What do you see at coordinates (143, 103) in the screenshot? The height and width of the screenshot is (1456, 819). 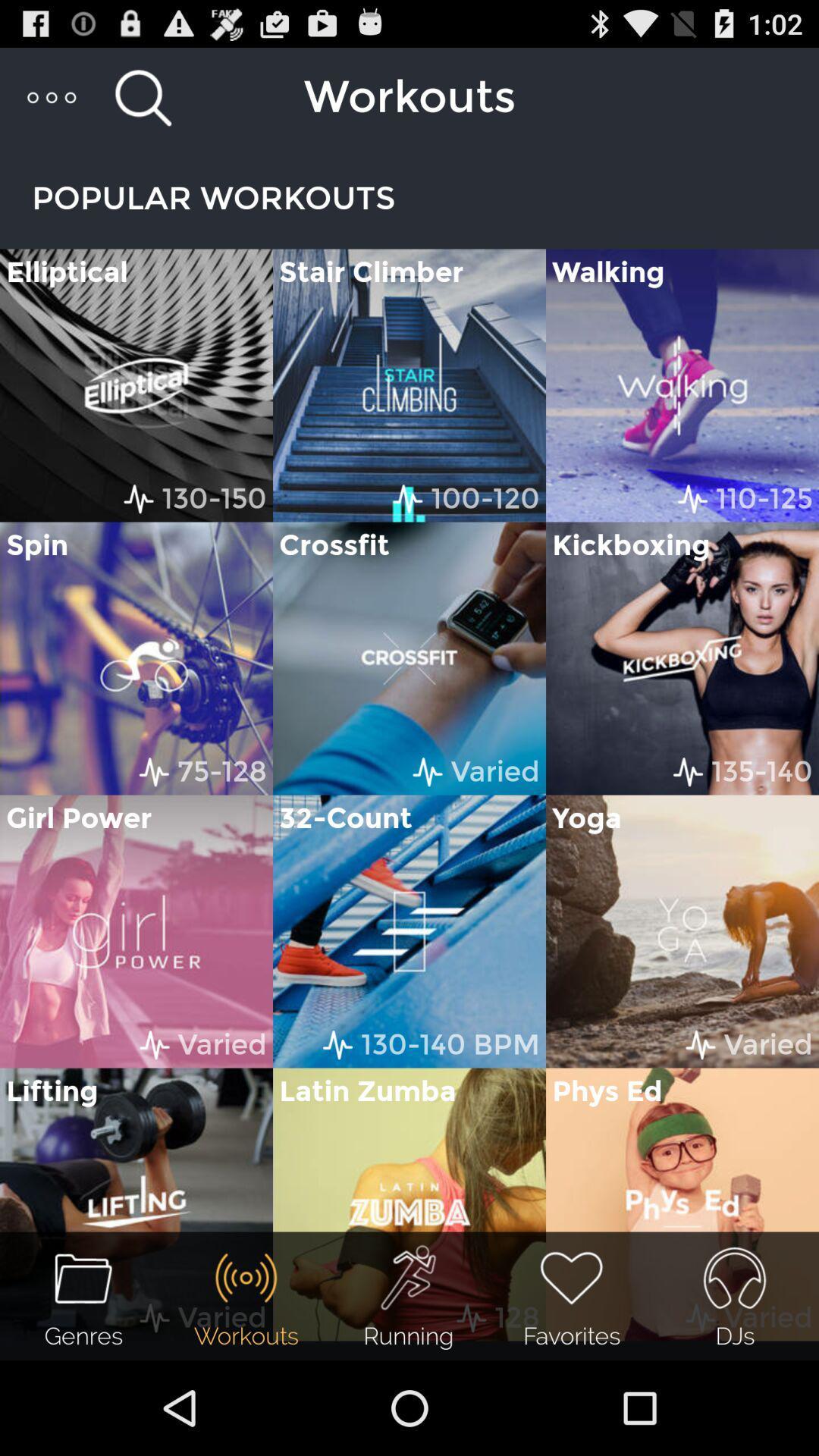 I see `the search icon` at bounding box center [143, 103].